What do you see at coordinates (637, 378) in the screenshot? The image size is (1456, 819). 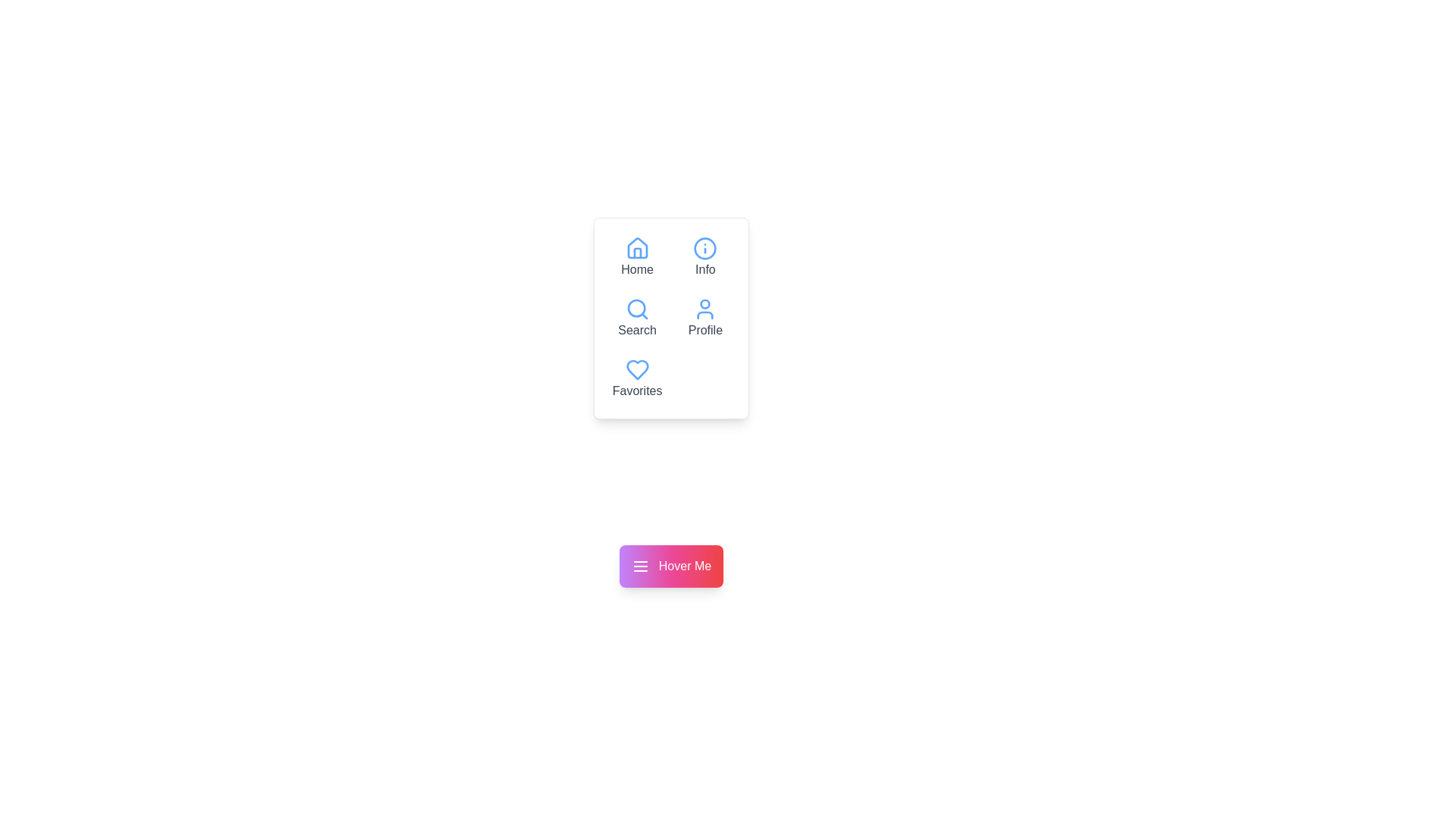 I see `the 'Favorites' button, which consists of a heart icon and a text label, to receive tooltip or visual feedback` at bounding box center [637, 378].